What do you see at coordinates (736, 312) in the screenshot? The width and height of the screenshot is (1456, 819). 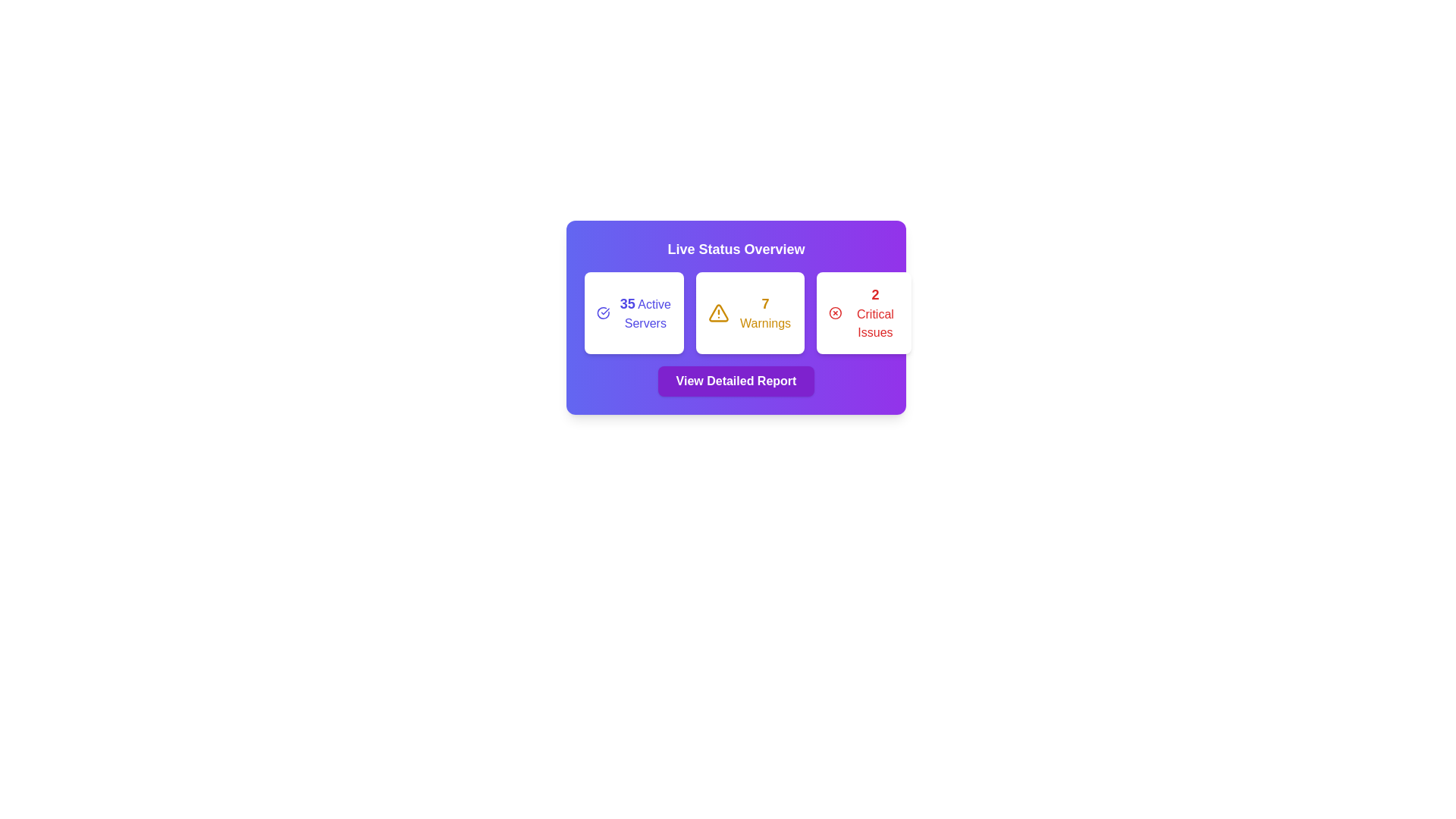 I see `the warning icon on the informational card indicating '7 Warnings' within the 'Live Status Overview' dashboard` at bounding box center [736, 312].